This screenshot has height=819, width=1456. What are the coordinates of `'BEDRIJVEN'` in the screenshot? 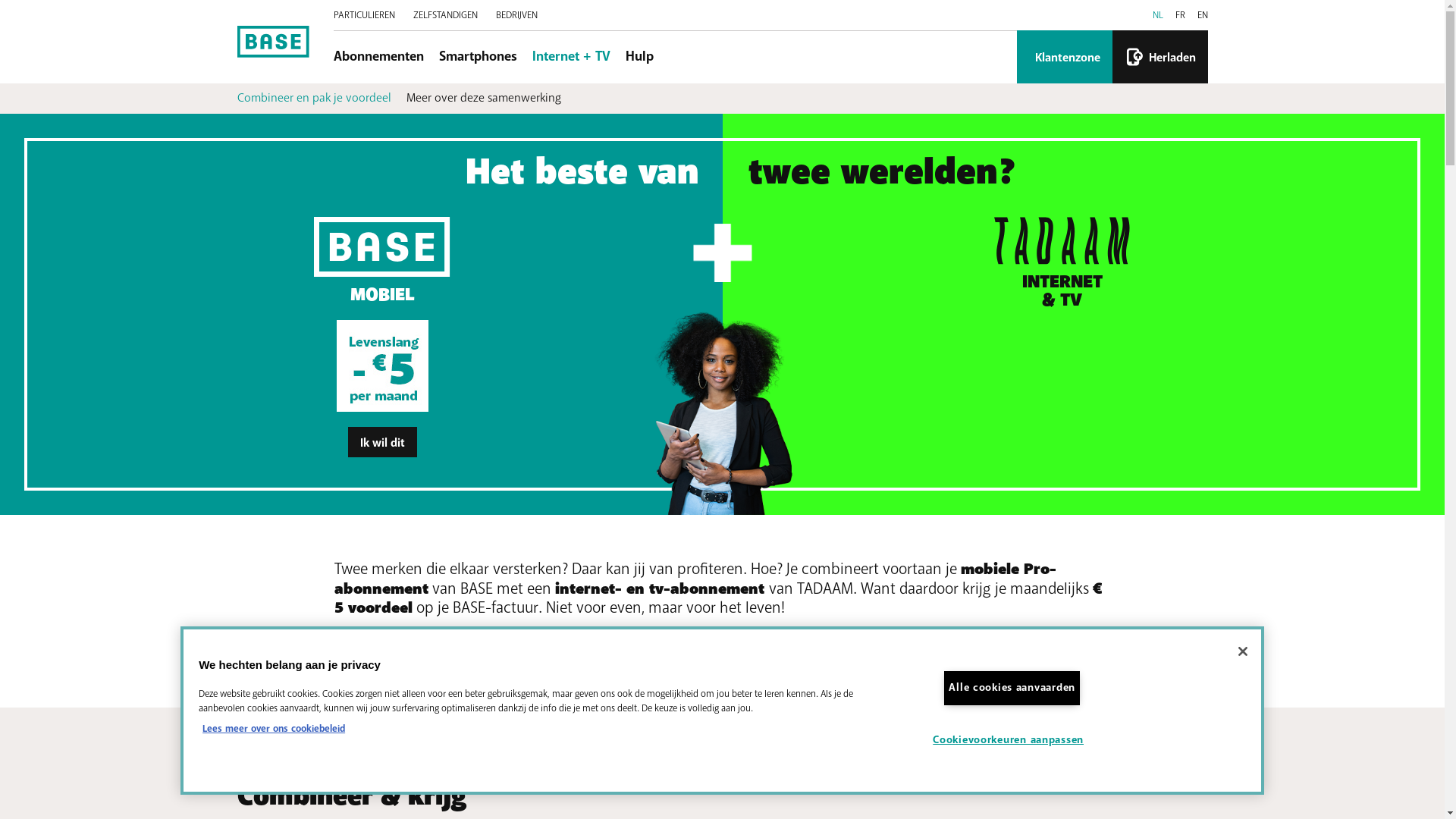 It's located at (516, 14).